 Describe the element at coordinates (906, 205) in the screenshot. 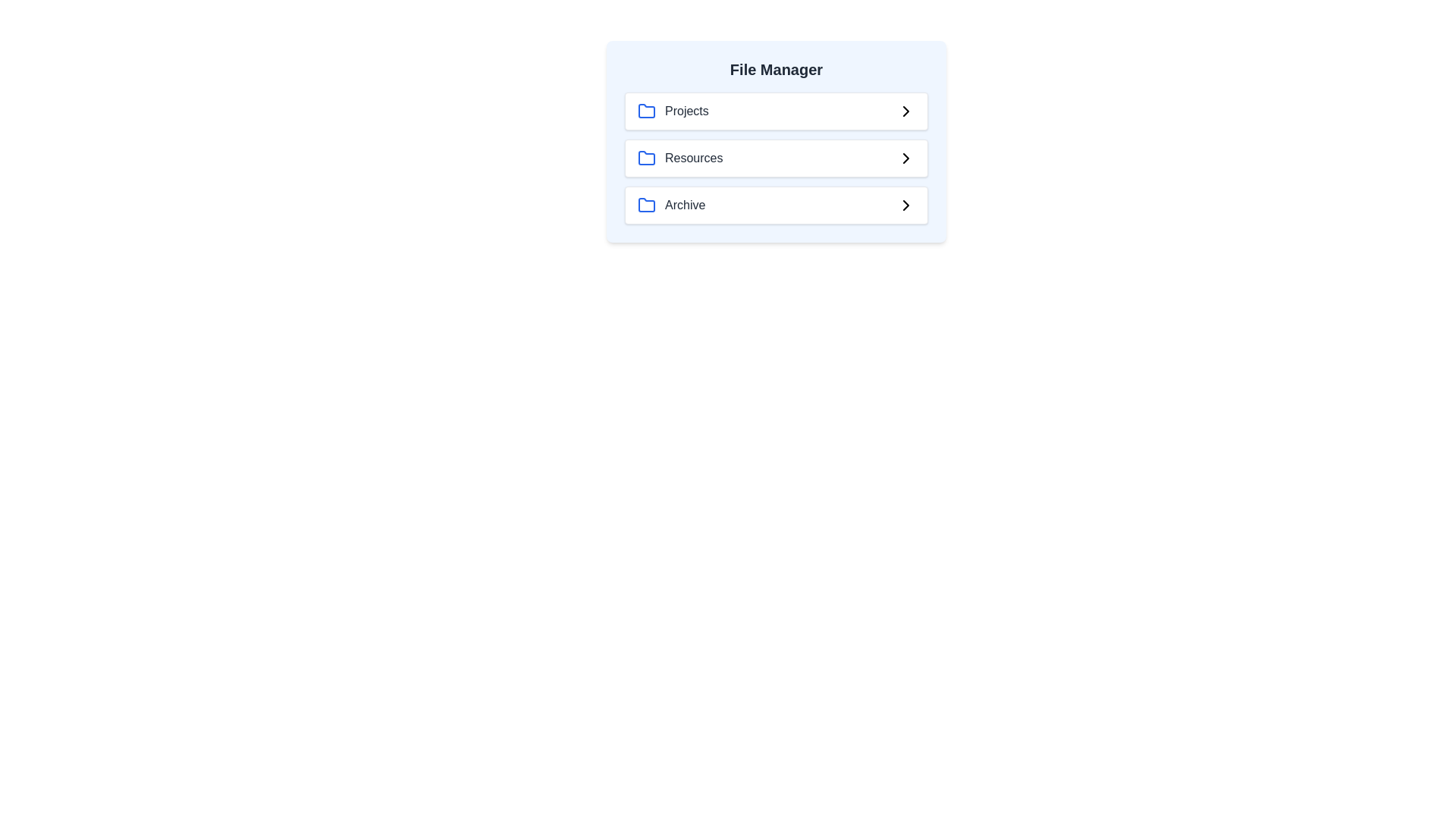

I see `the Chevron arrow icon on the far-right side of the 'Archive' row in the 'File Manager' section` at that location.